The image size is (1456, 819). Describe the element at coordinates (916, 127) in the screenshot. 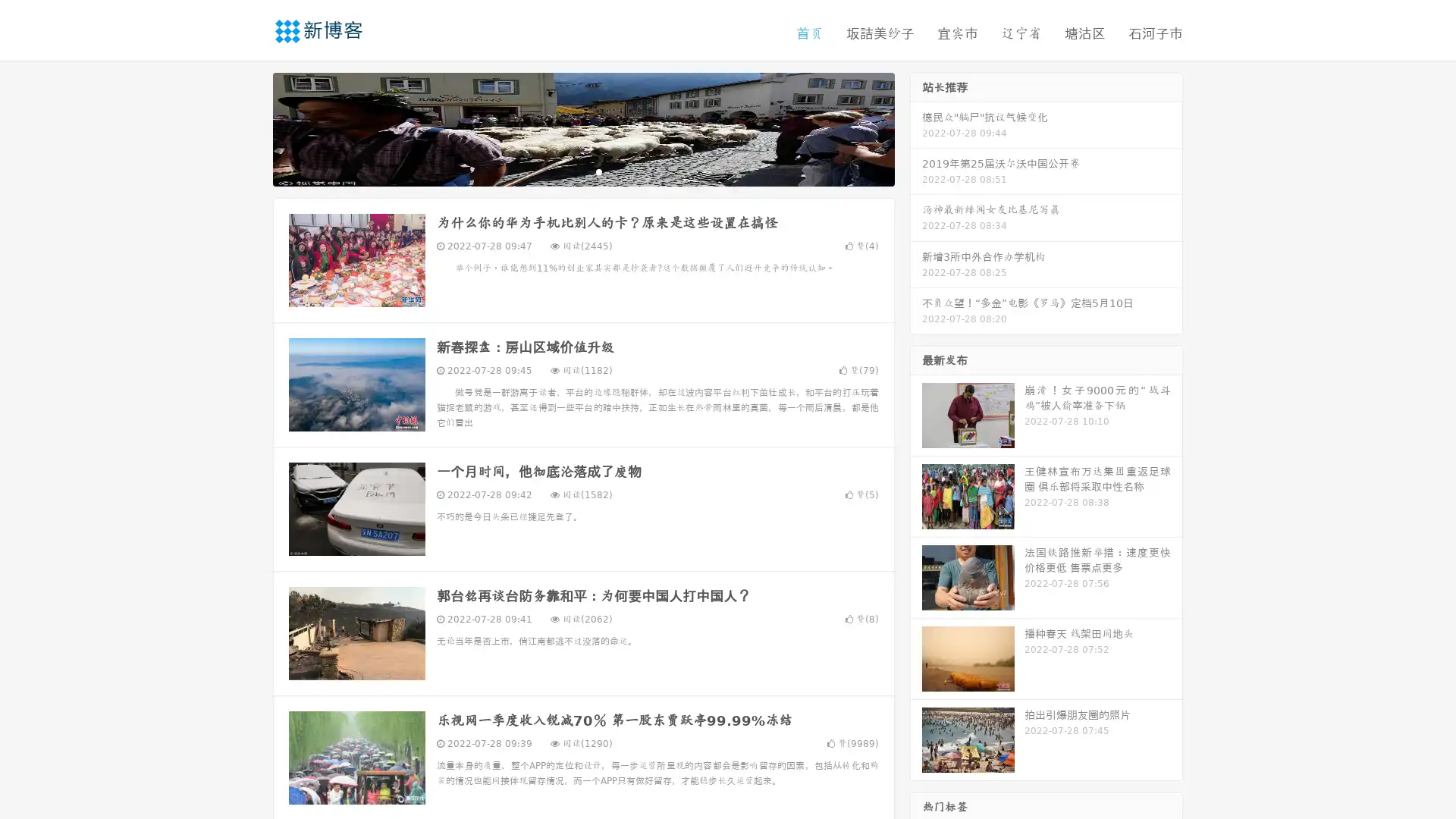

I see `Next slide` at that location.